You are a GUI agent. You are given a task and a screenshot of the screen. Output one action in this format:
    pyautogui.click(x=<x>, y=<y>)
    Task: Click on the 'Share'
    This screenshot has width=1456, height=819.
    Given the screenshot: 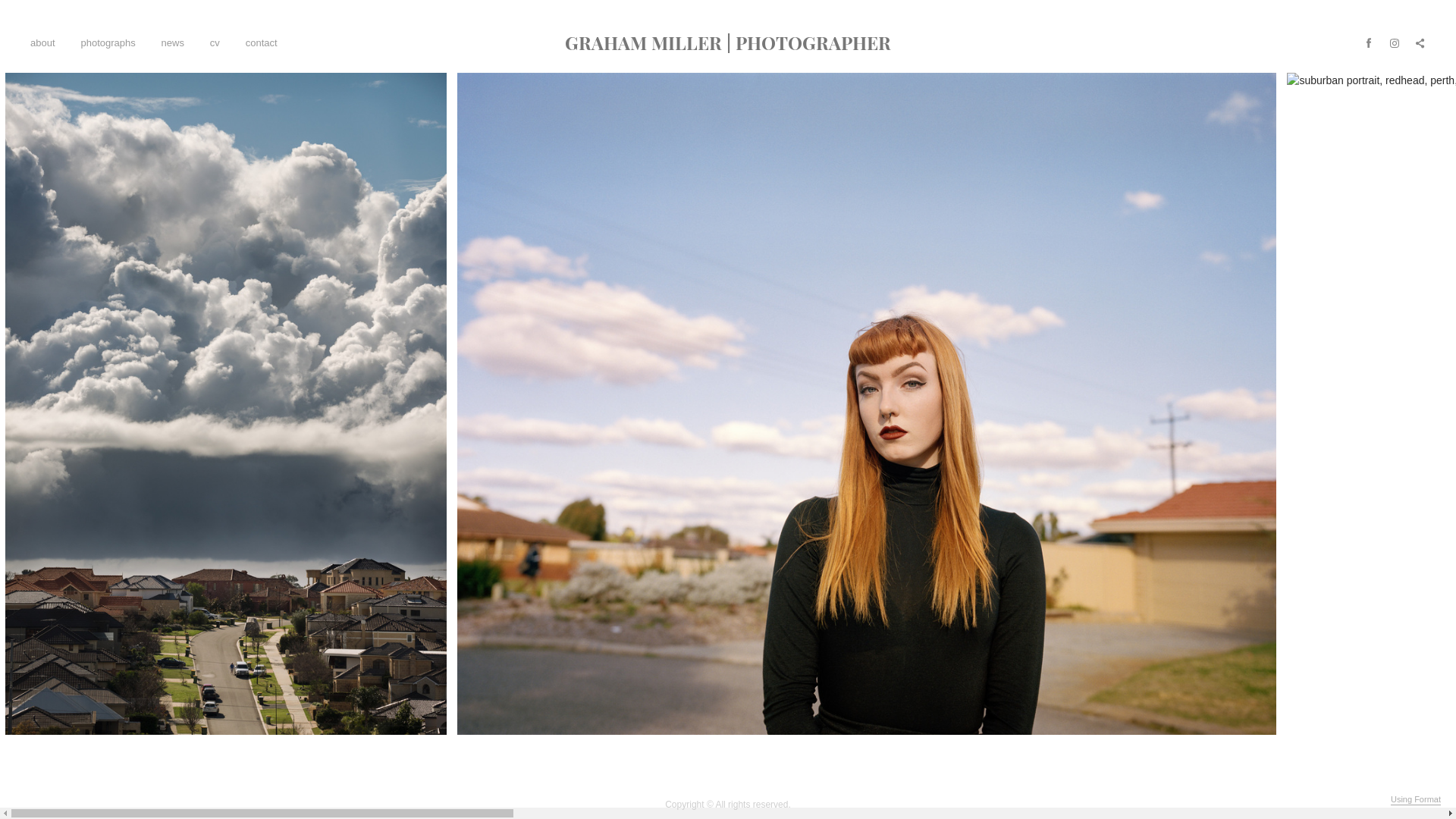 What is the action you would take?
    pyautogui.click(x=1419, y=42)
    